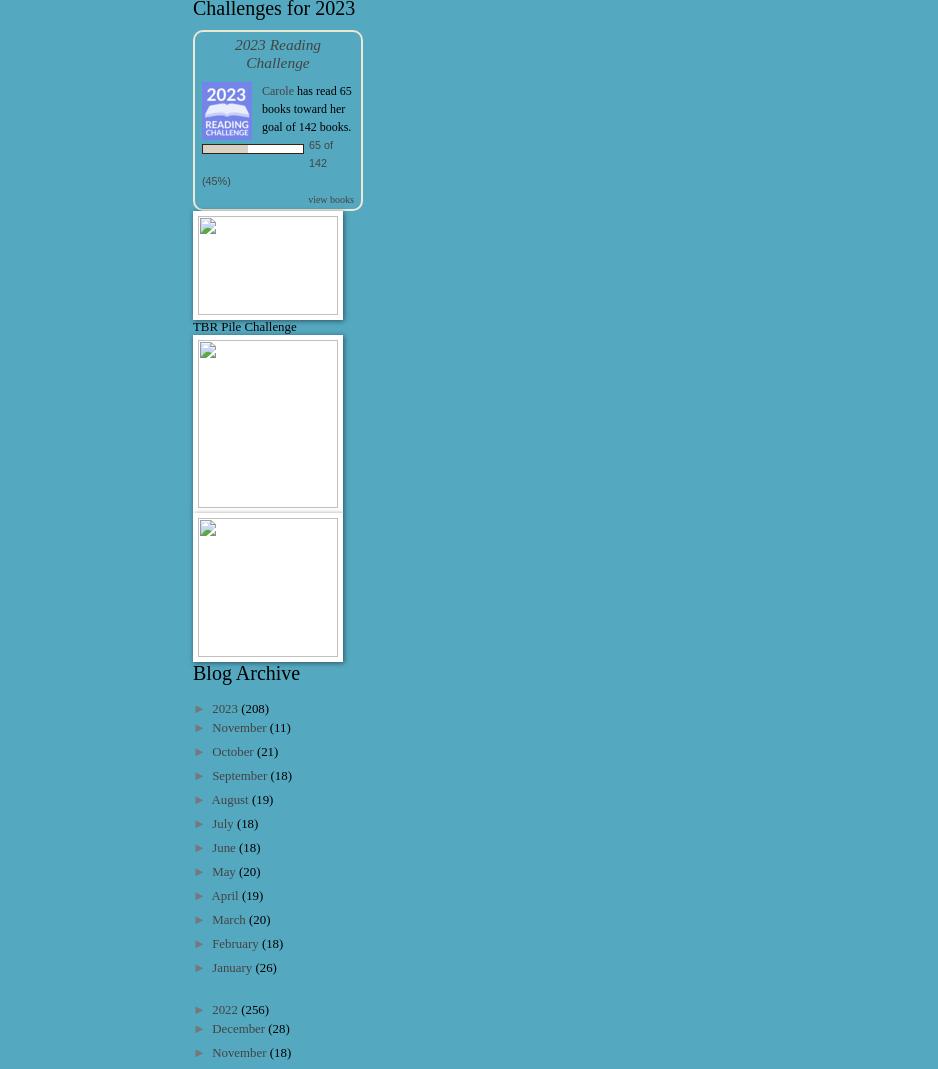 This screenshot has height=1069, width=938. Describe the element at coordinates (226, 1009) in the screenshot. I see `'2022'` at that location.